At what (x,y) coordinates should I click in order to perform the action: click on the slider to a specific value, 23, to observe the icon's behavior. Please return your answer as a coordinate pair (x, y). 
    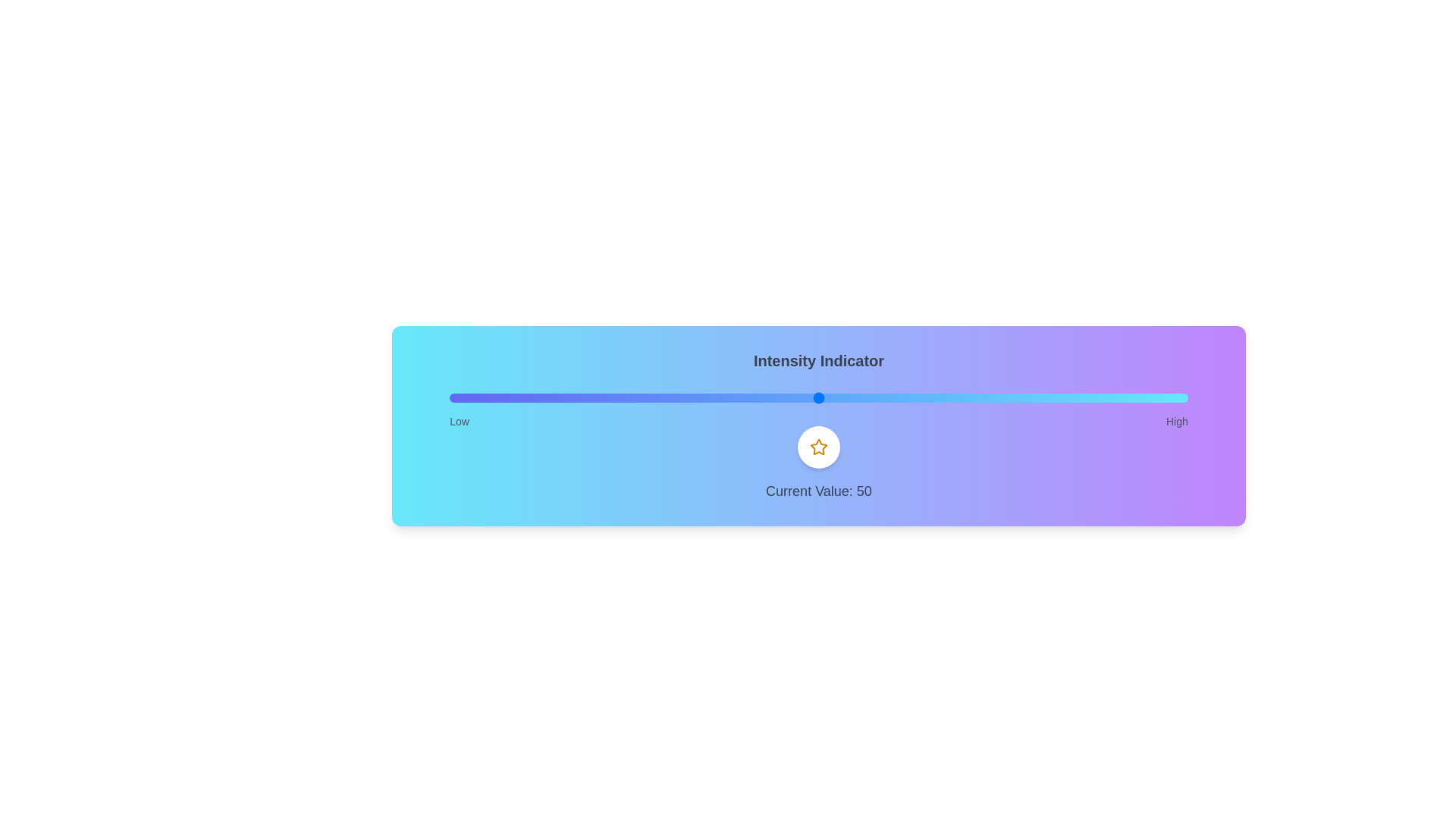
    Looking at the image, I should click on (620, 397).